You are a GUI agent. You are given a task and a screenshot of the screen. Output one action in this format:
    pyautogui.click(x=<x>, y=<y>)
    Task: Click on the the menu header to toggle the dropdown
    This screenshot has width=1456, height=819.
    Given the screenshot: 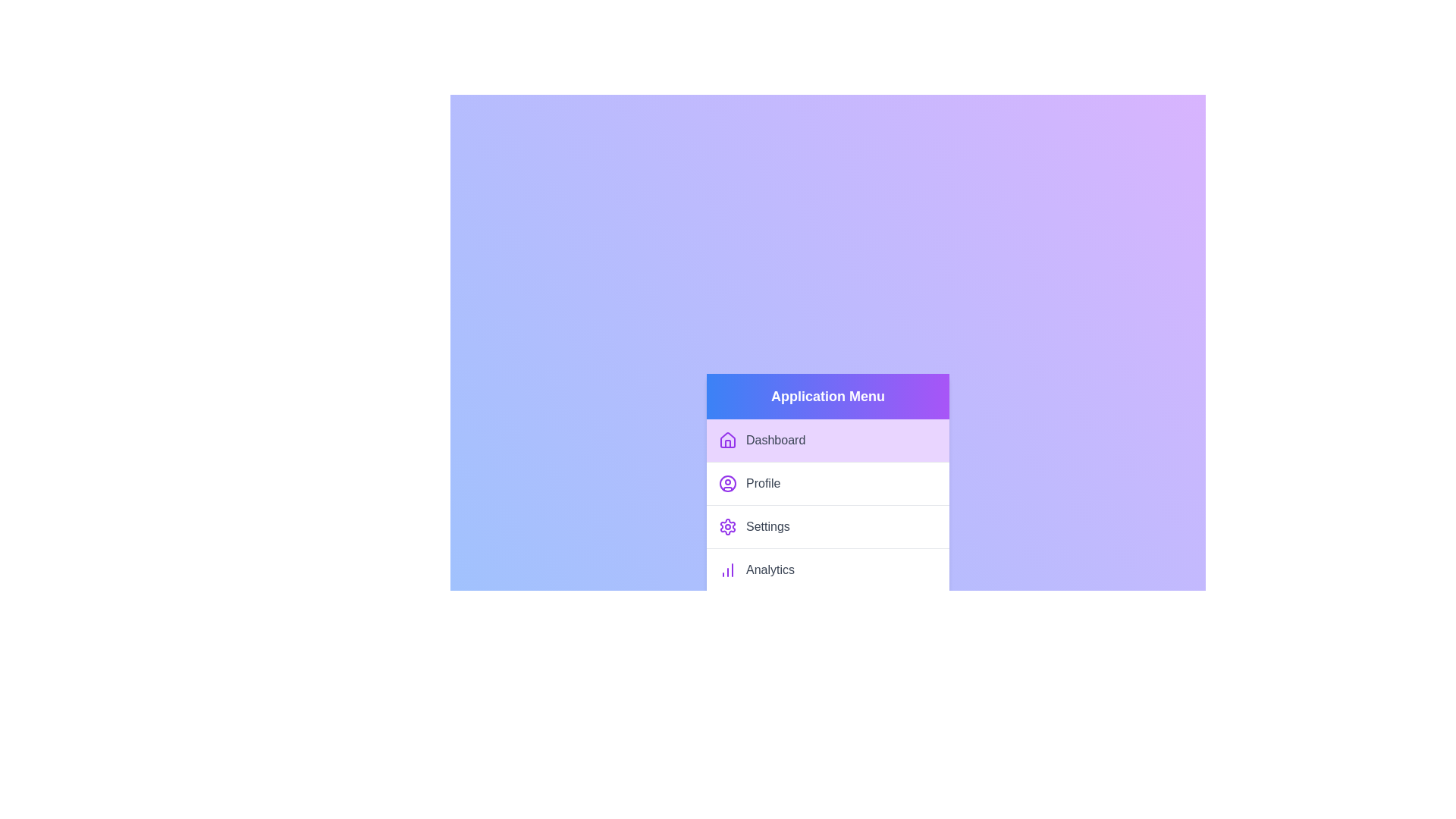 What is the action you would take?
    pyautogui.click(x=827, y=396)
    